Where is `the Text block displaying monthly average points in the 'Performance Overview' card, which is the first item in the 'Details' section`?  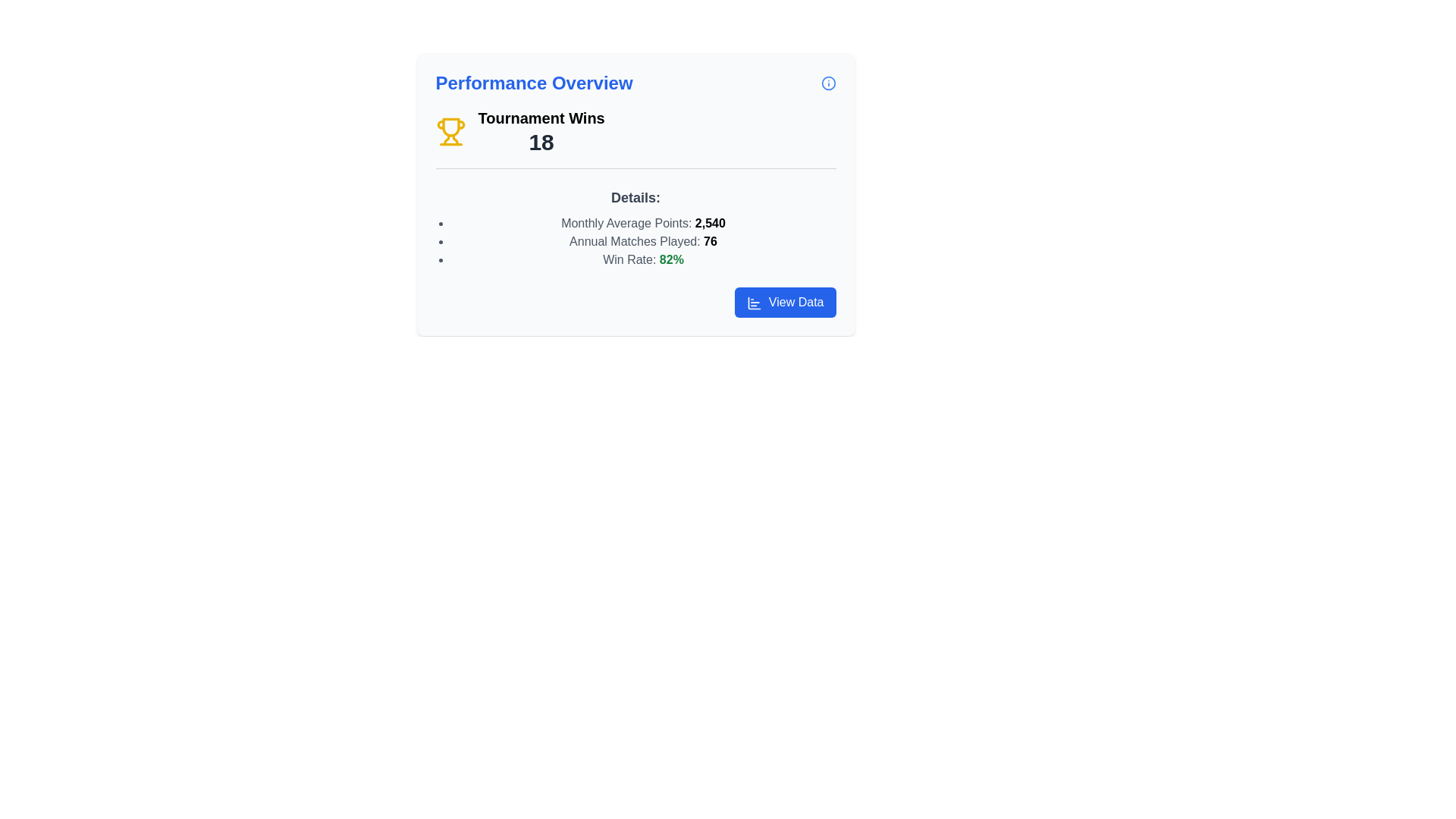
the Text block displaying monthly average points in the 'Performance Overview' card, which is the first item in the 'Details' section is located at coordinates (643, 223).